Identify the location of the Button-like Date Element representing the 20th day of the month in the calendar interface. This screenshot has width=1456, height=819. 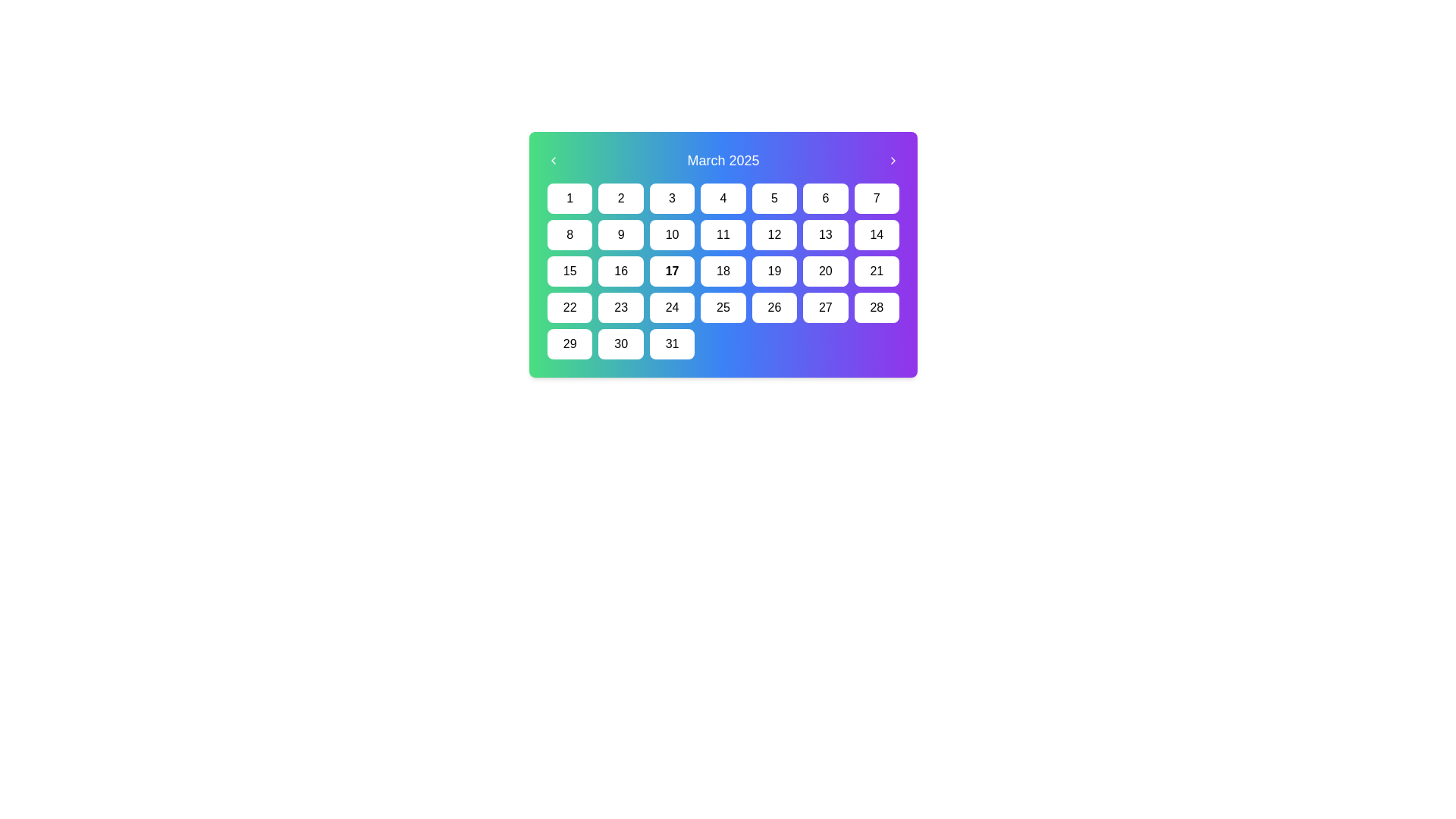
(824, 271).